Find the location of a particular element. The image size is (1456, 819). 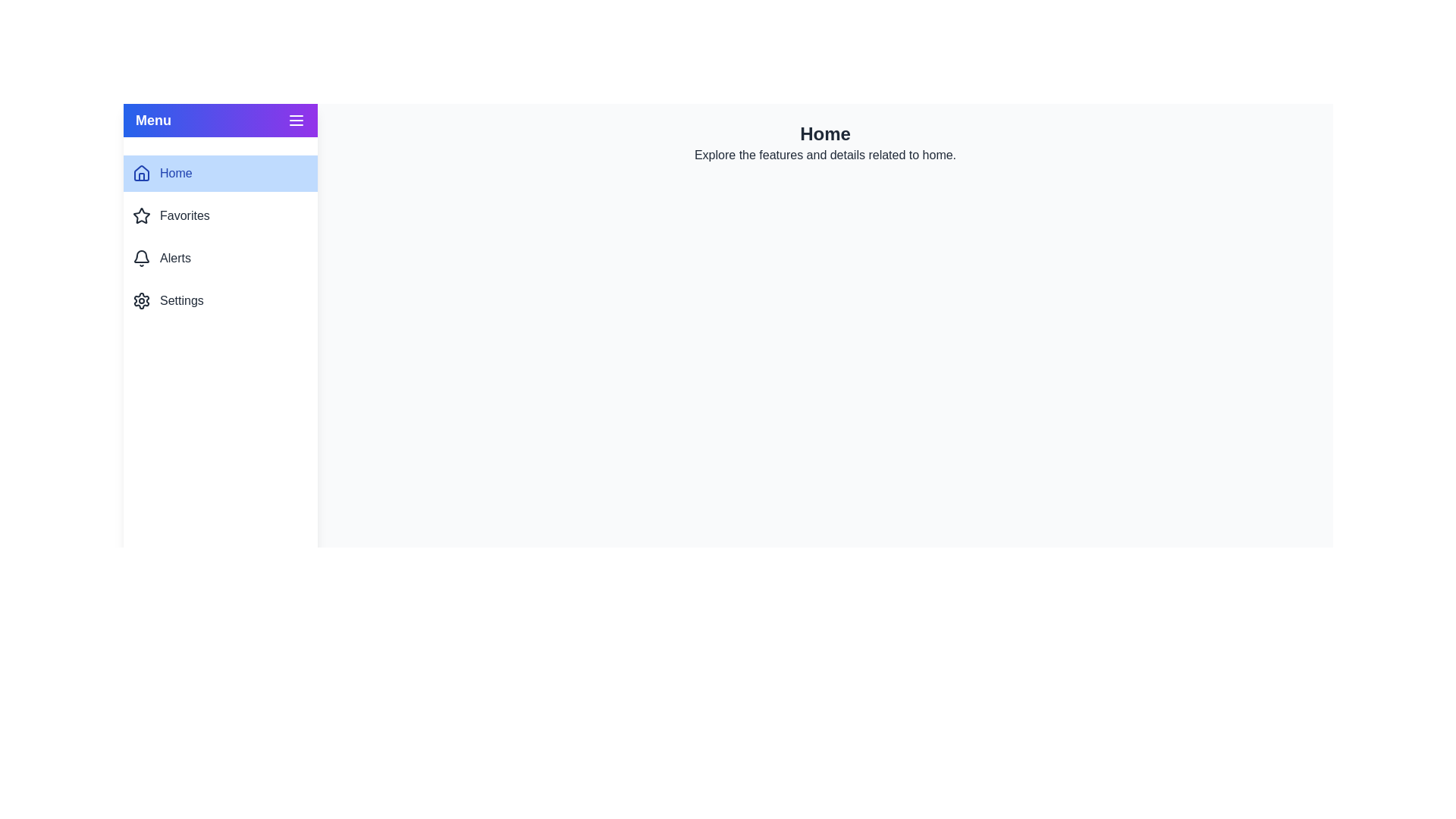

the 'Home' icon by selecting the corresponding list item labeled 'Home', which is visually indicated by the blue highlighted block on the sidebar menu is located at coordinates (142, 172).